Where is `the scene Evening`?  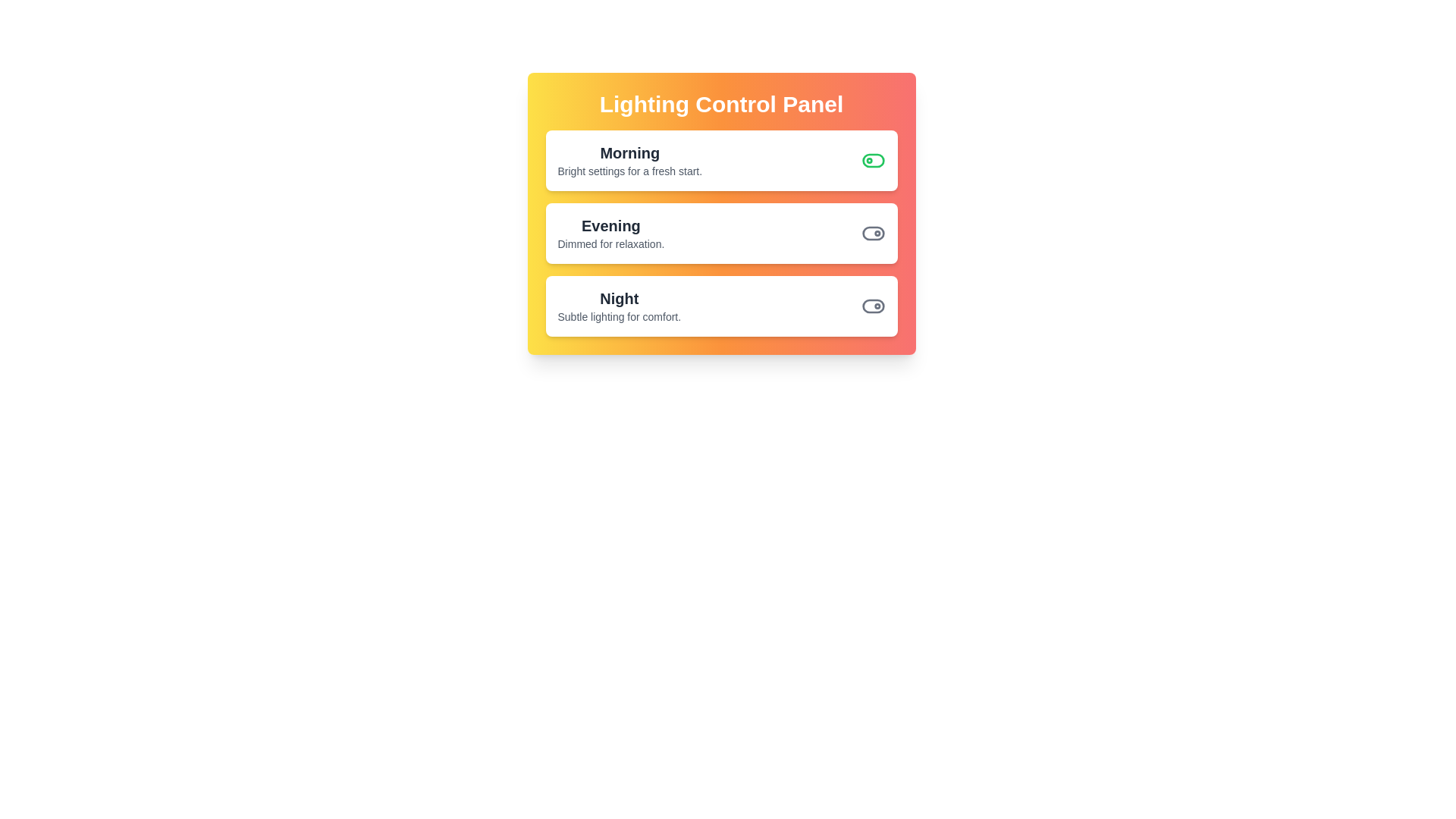
the scene Evening is located at coordinates (873, 234).